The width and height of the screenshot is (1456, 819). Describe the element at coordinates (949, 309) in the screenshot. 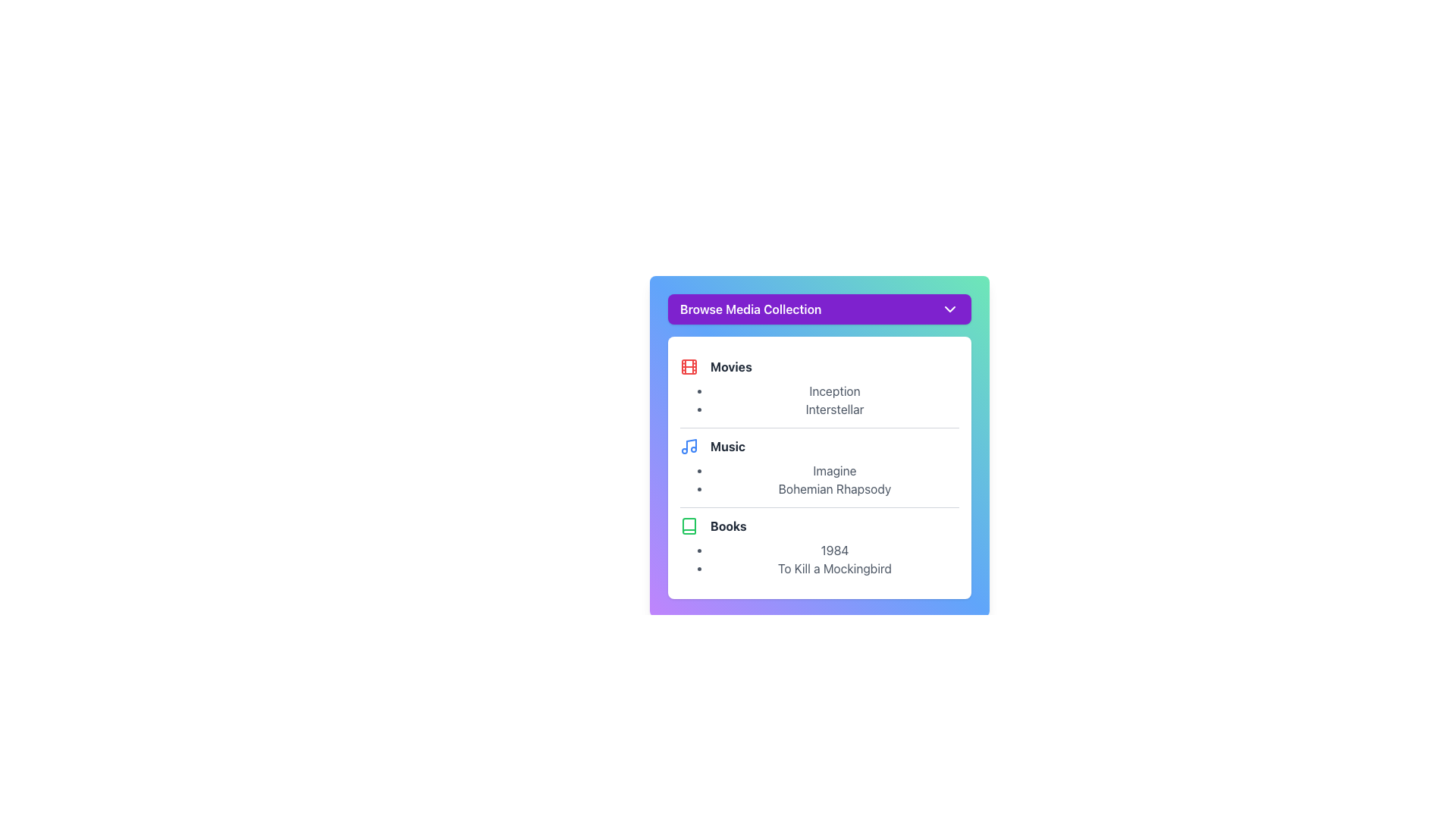

I see `the chevron icon button at the top-right corner of the 'Browse Media Collection' section` at that location.